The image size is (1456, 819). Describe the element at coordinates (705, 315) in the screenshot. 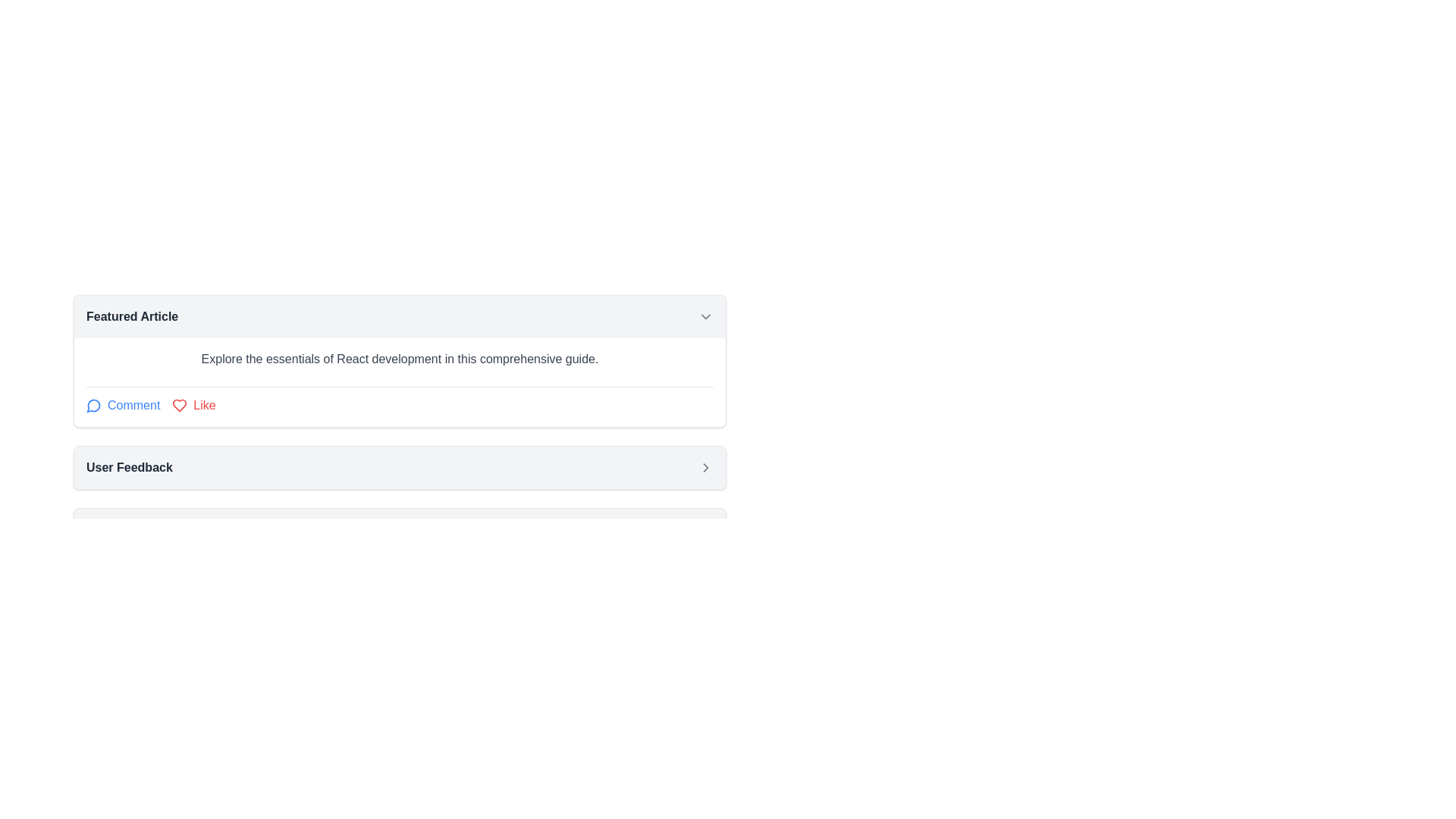

I see `the downward-pointing gray chevron icon located at the far right of the 'Featured Article' horizontal bar` at that location.